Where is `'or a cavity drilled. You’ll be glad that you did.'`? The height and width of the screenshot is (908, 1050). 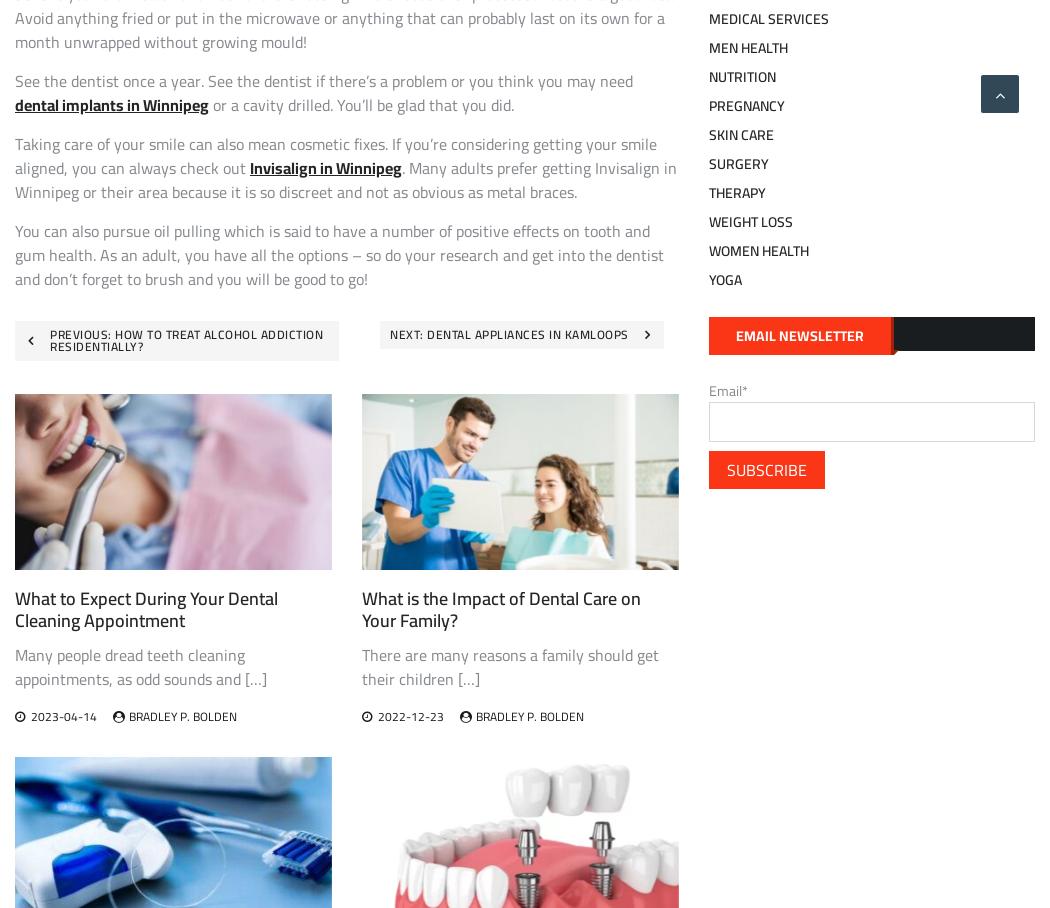 'or a cavity drilled. You’ll be glad that you did.' is located at coordinates (360, 103).